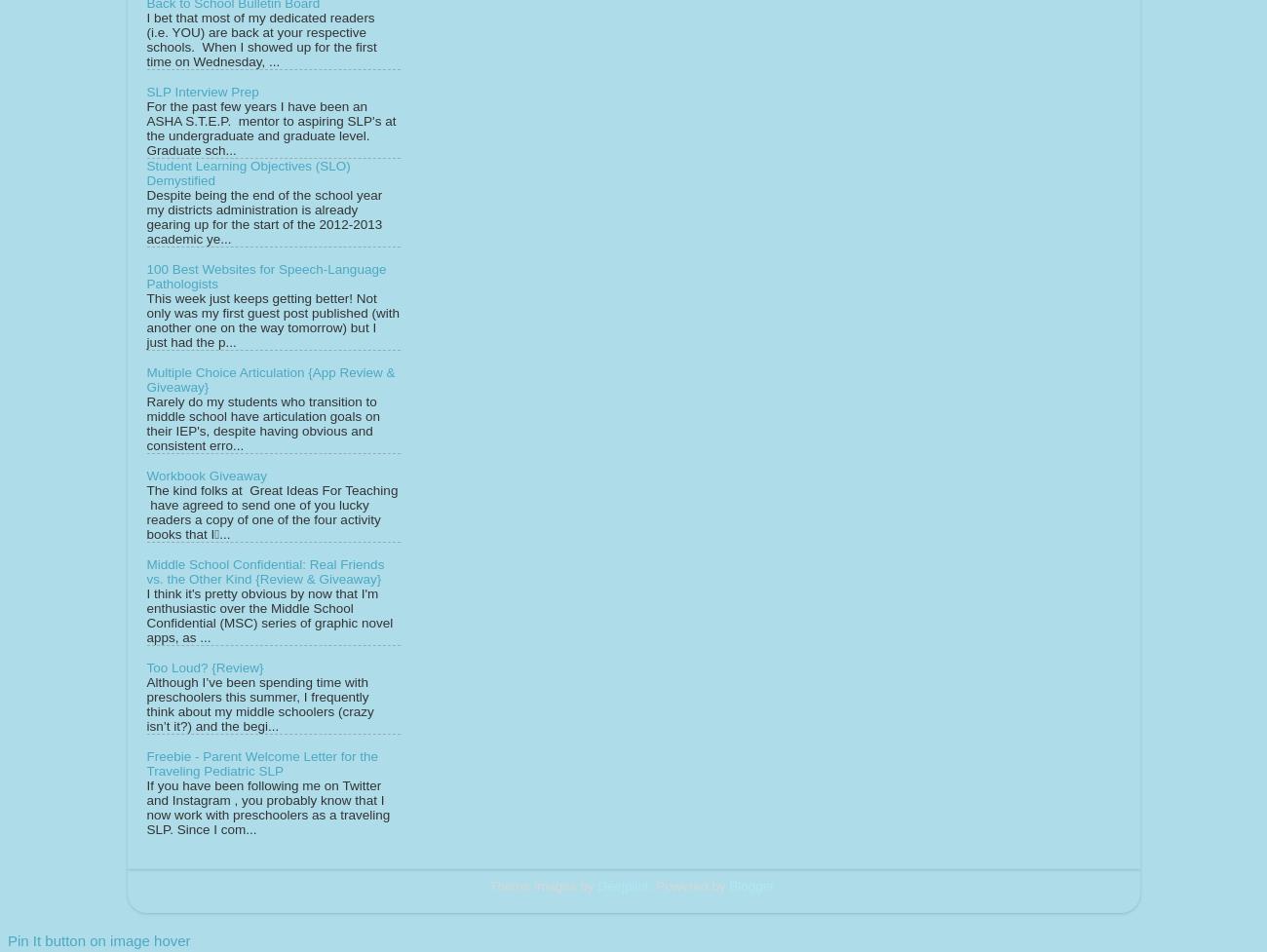 The height and width of the screenshot is (952, 1267). I want to click on 'I think it's pretty obvious by now that I'm enthusiastic over the Middle School Confidential (MSC) series of graphic novel apps, as ...', so click(269, 614).